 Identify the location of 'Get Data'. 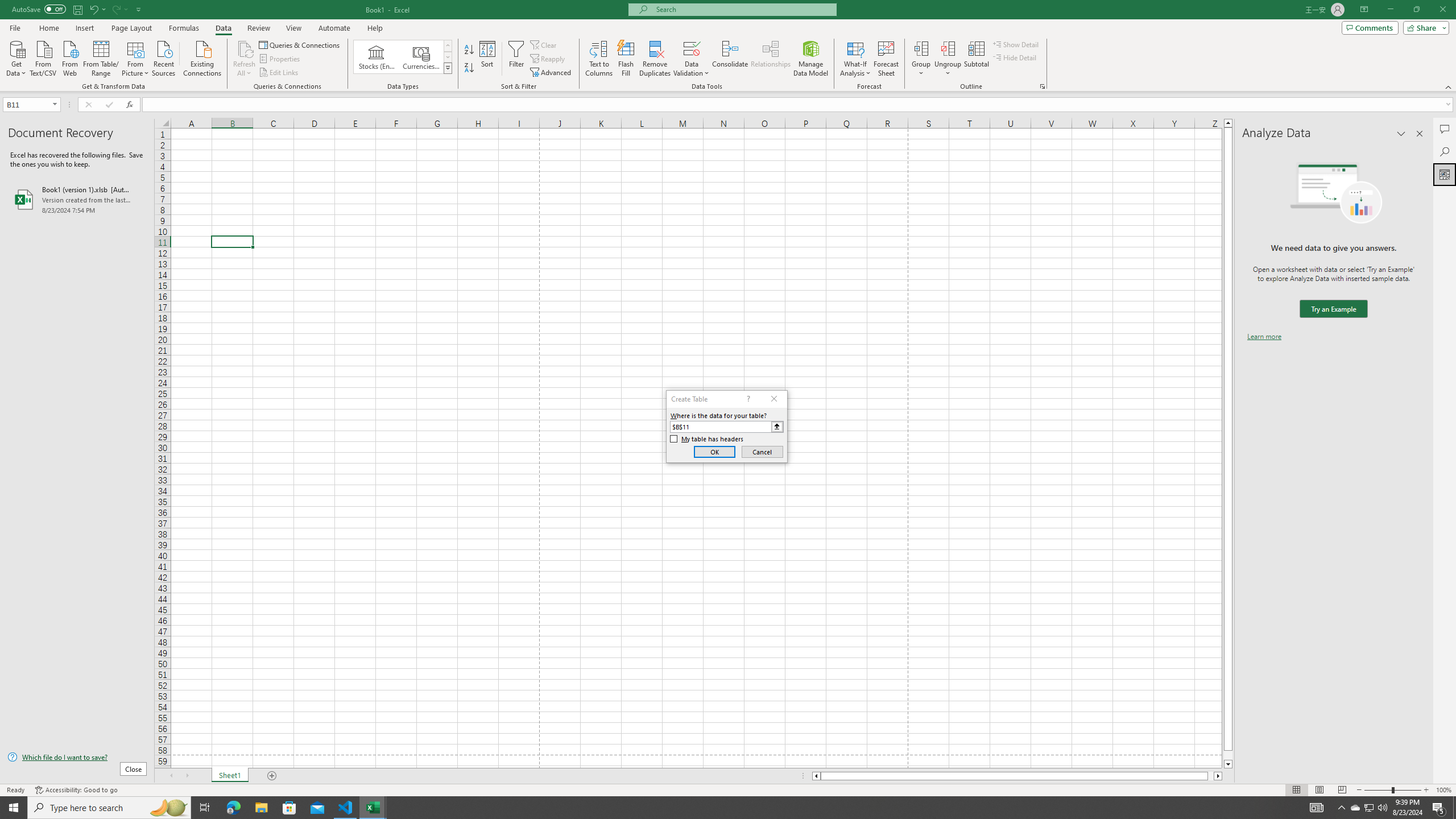
(16, 57).